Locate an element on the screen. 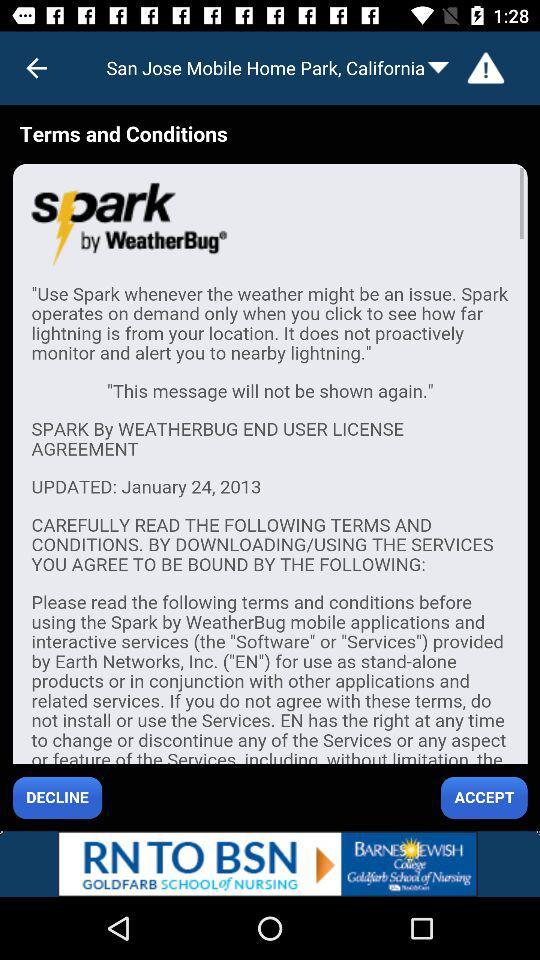 This screenshot has height=960, width=540. lower advertisement bar is located at coordinates (270, 863).